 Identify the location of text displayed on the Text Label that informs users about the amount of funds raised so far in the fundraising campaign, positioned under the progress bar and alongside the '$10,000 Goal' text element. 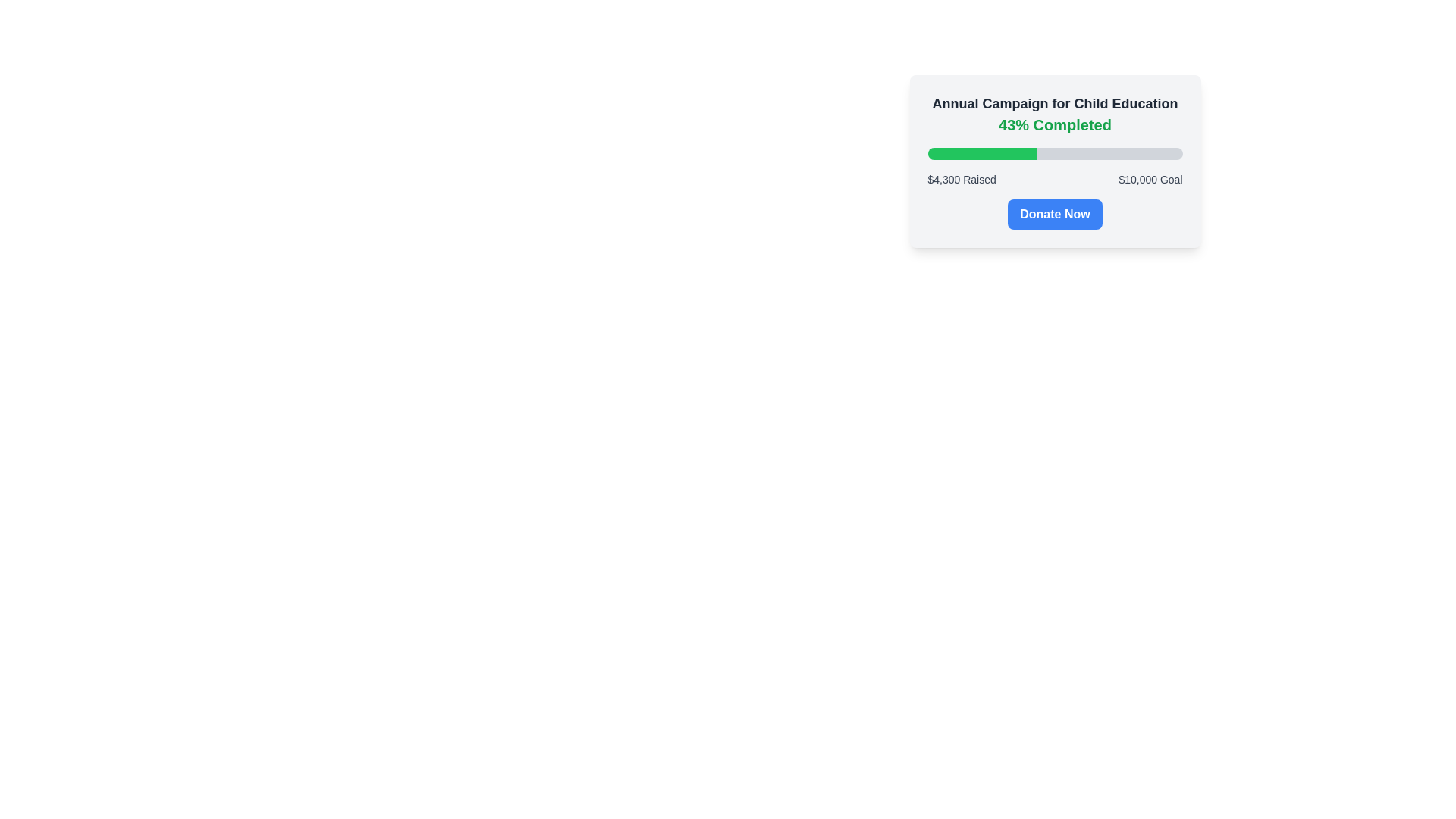
(961, 178).